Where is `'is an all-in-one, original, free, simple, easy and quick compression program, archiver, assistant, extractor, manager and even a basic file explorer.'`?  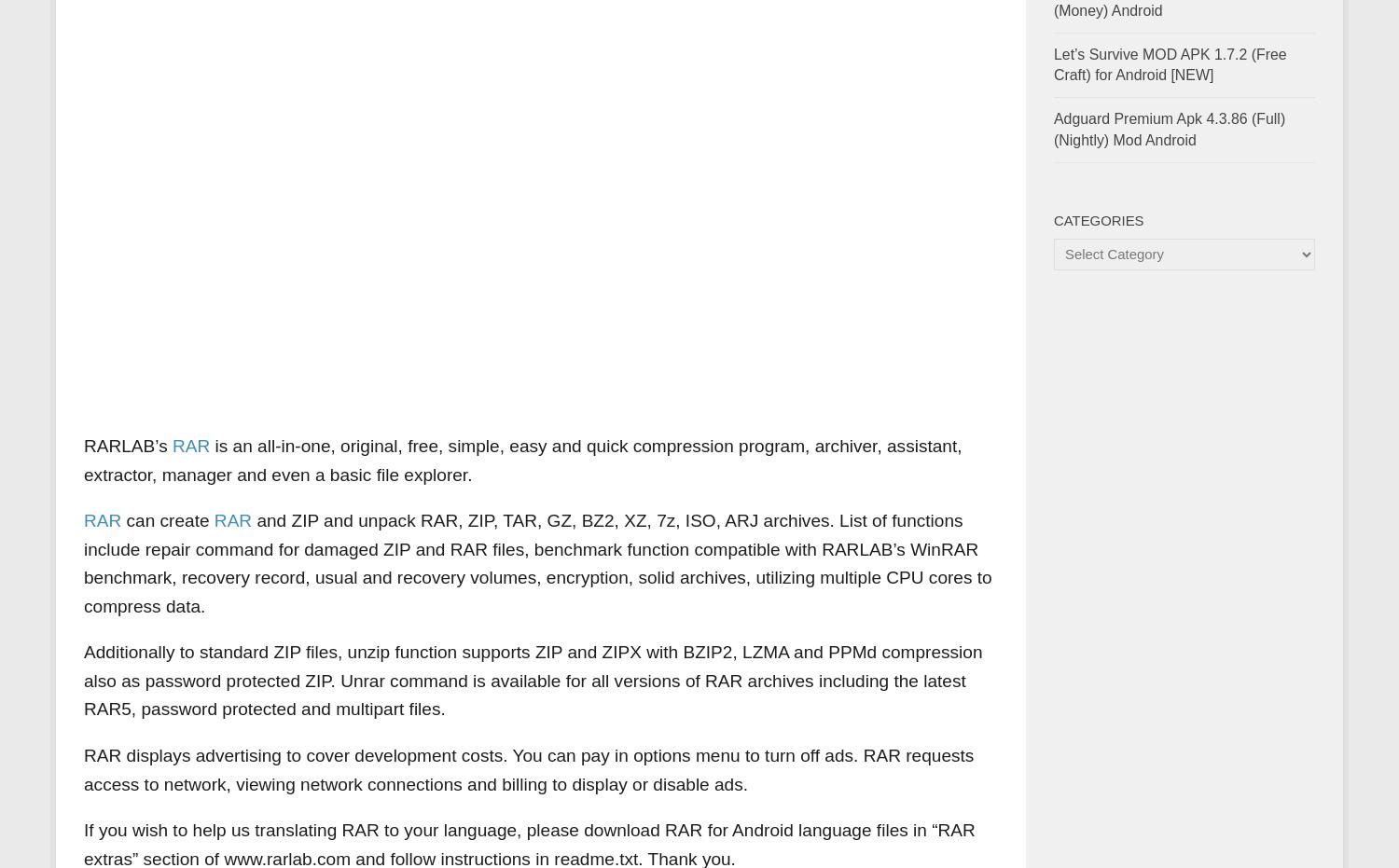 'is an all-in-one, original, free, simple, easy and quick compression program, archiver, assistant, extractor, manager and even a basic file explorer.' is located at coordinates (522, 460).